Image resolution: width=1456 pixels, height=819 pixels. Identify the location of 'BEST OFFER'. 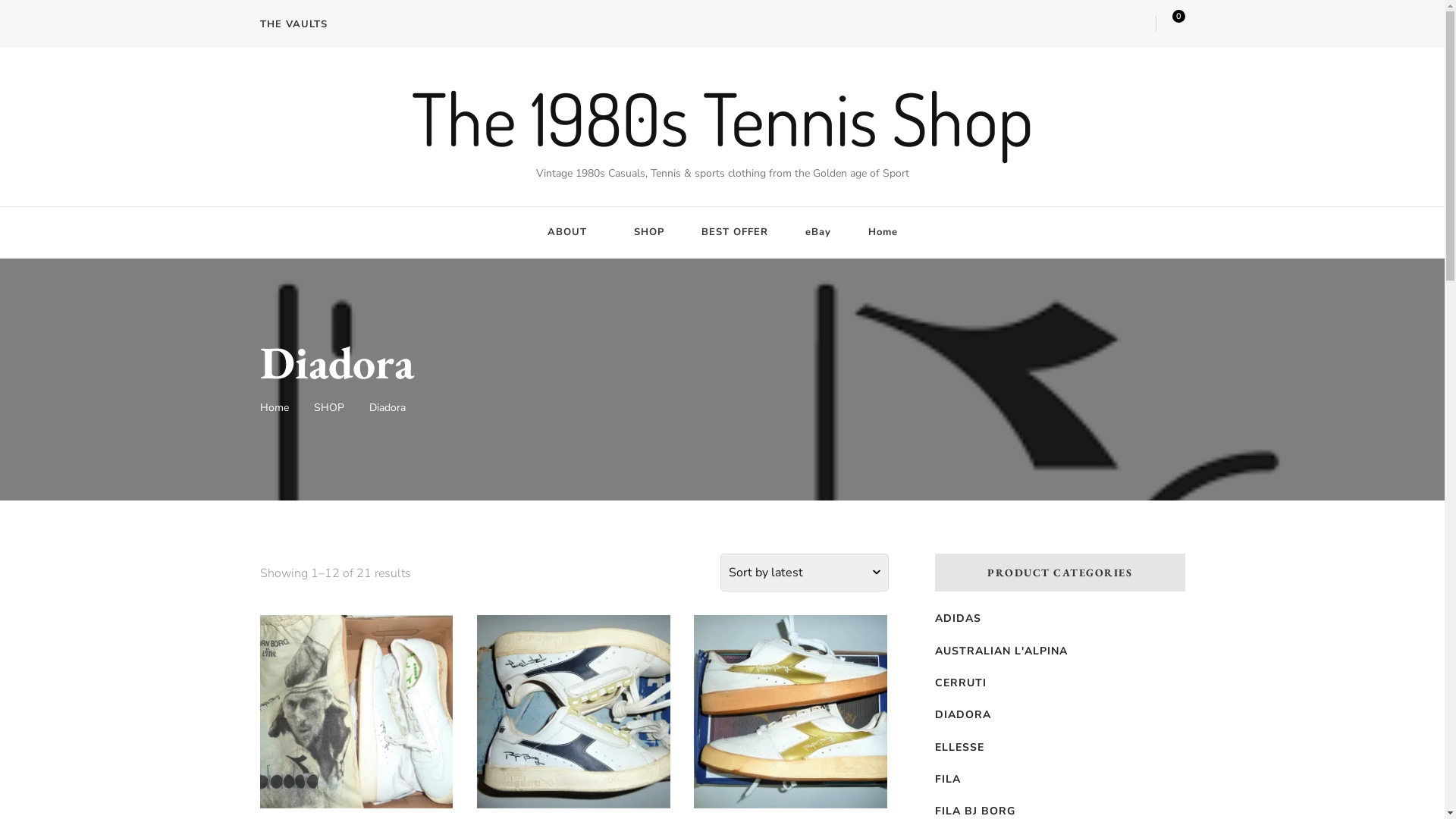
(734, 232).